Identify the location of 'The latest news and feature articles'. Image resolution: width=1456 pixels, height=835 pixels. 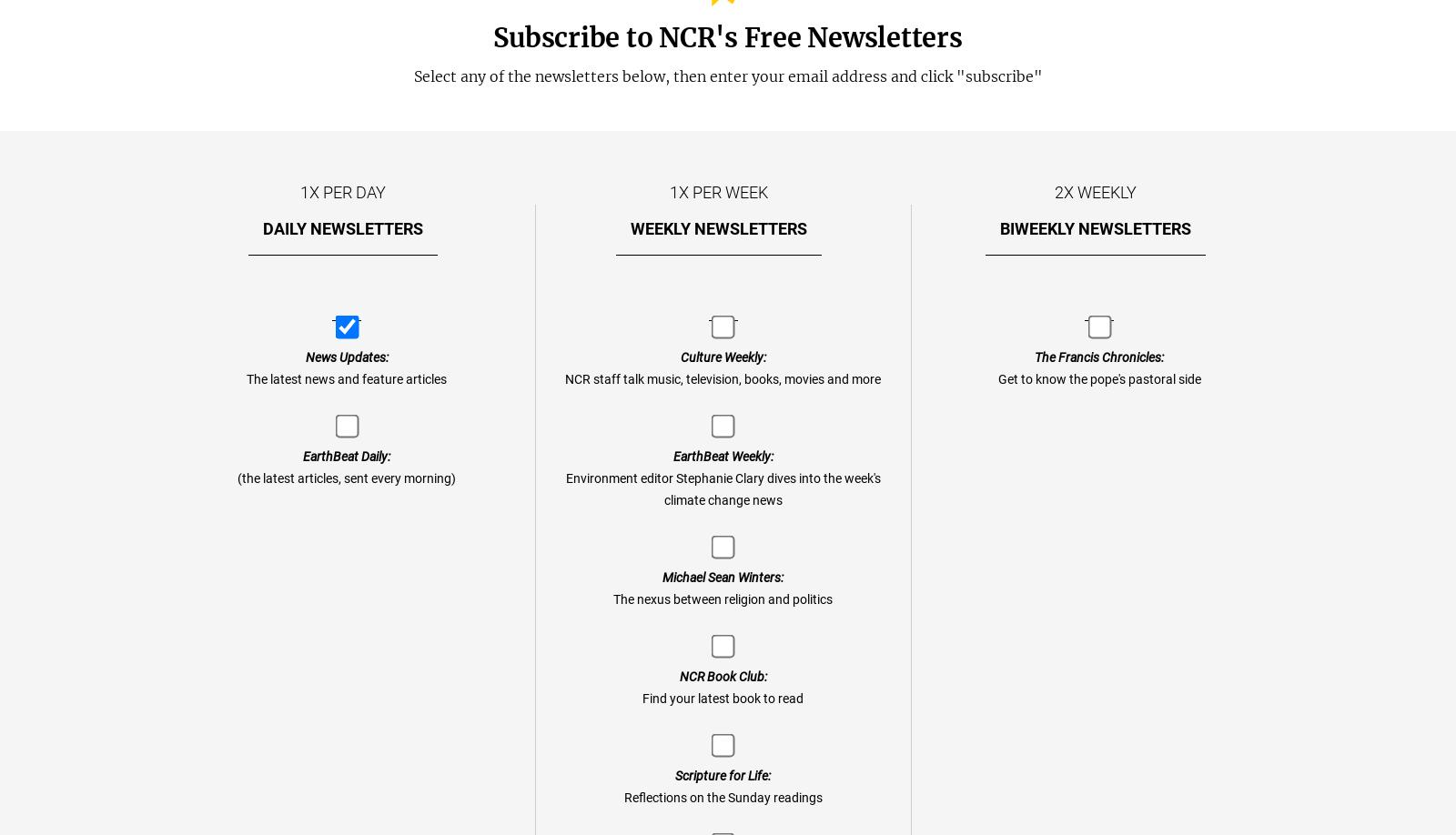
(346, 377).